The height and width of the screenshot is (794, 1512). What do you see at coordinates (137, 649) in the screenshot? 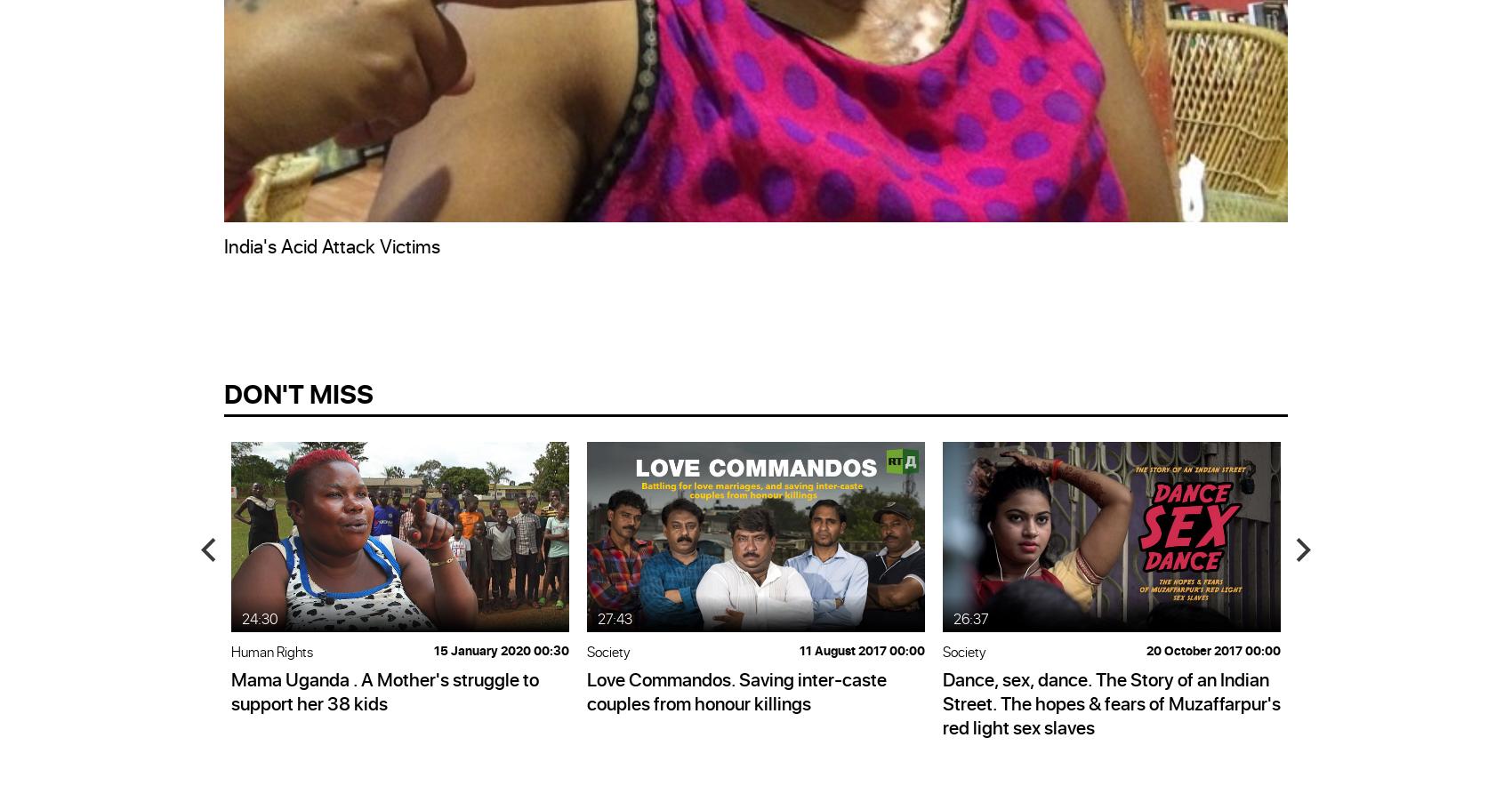
I see `'22 September 2014 00:00'` at bounding box center [137, 649].